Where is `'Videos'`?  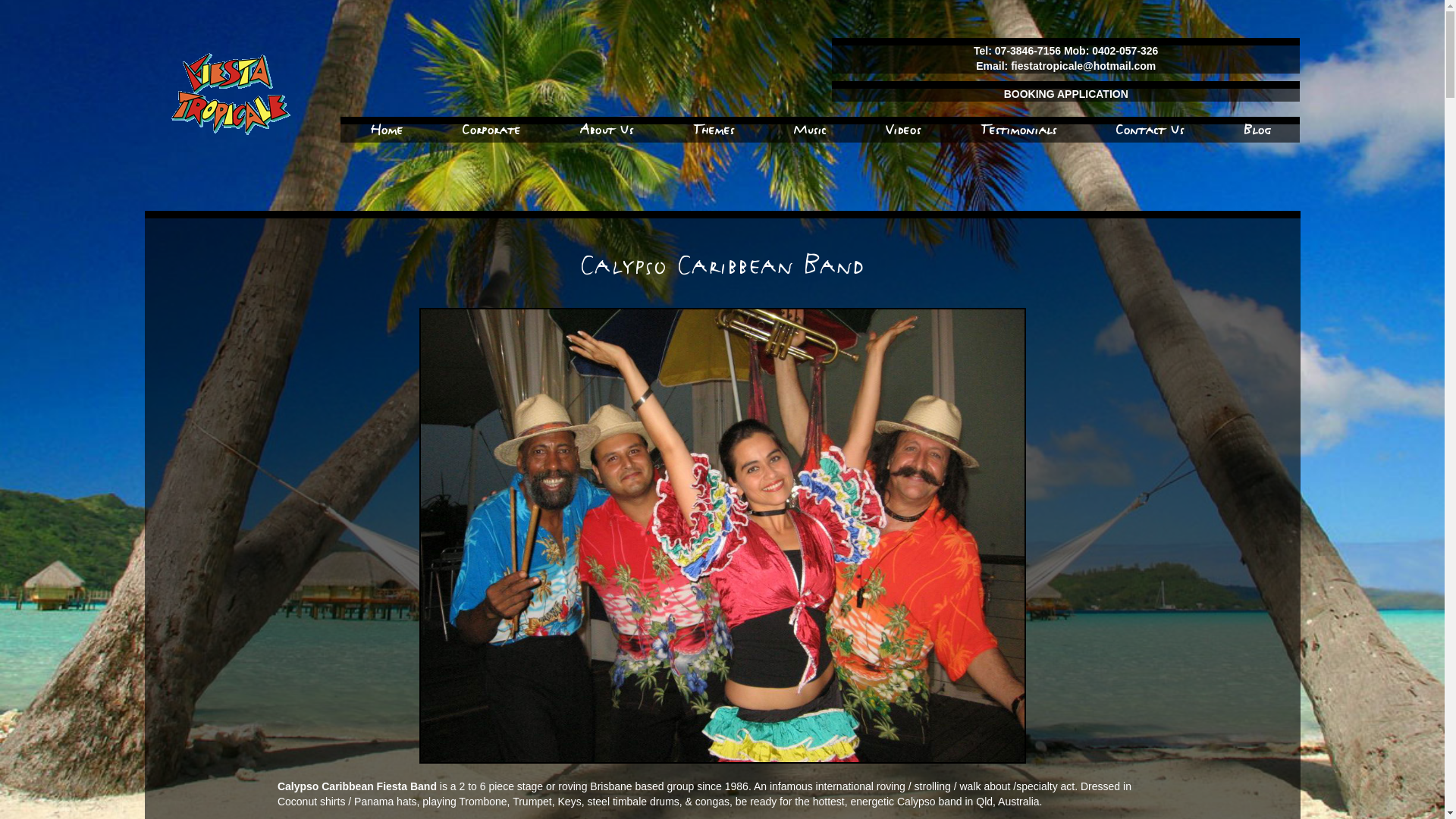
'Videos' is located at coordinates (902, 128).